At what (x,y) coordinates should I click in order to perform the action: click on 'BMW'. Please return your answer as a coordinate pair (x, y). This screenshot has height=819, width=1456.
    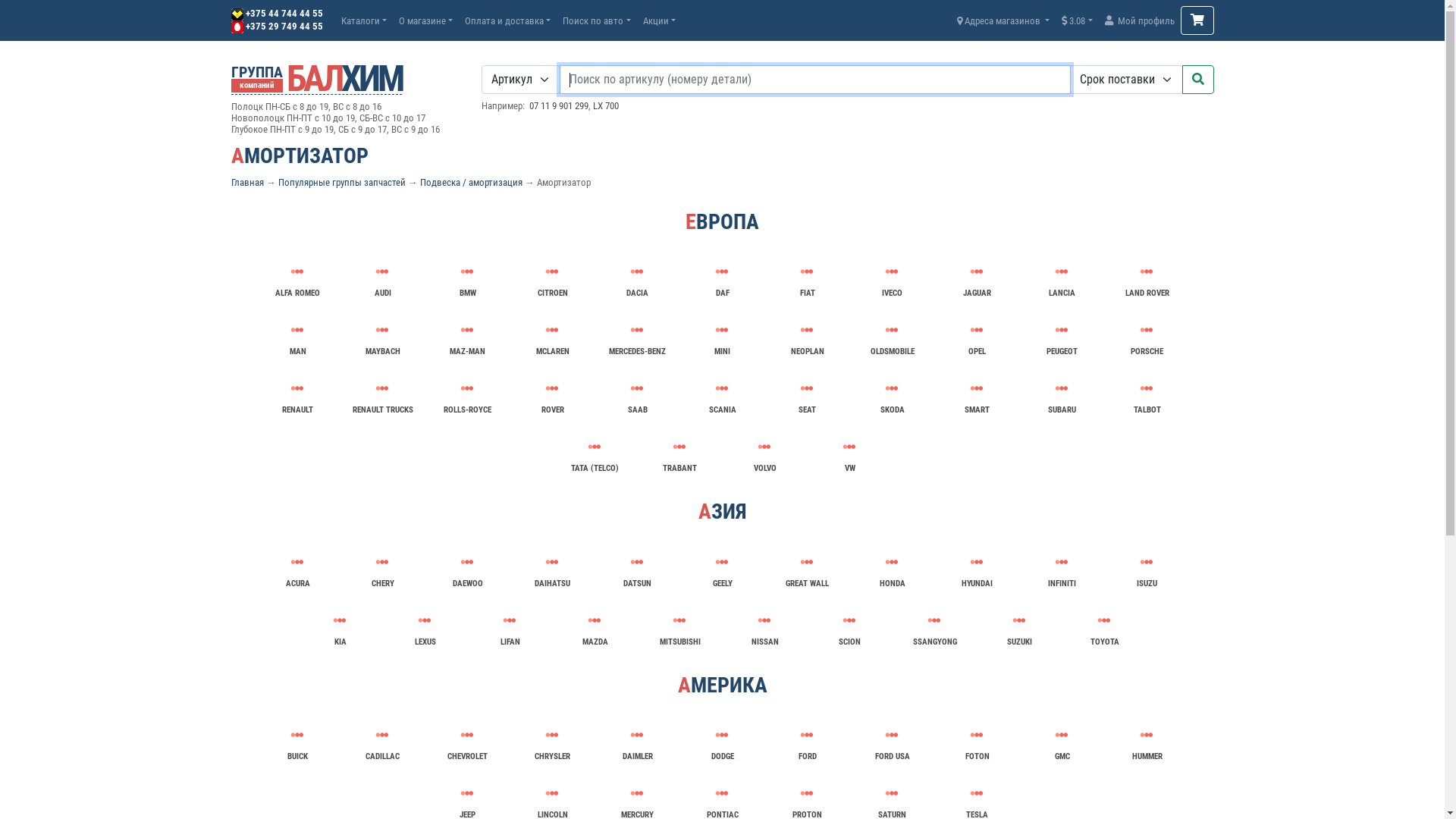
    Looking at the image, I should click on (466, 271).